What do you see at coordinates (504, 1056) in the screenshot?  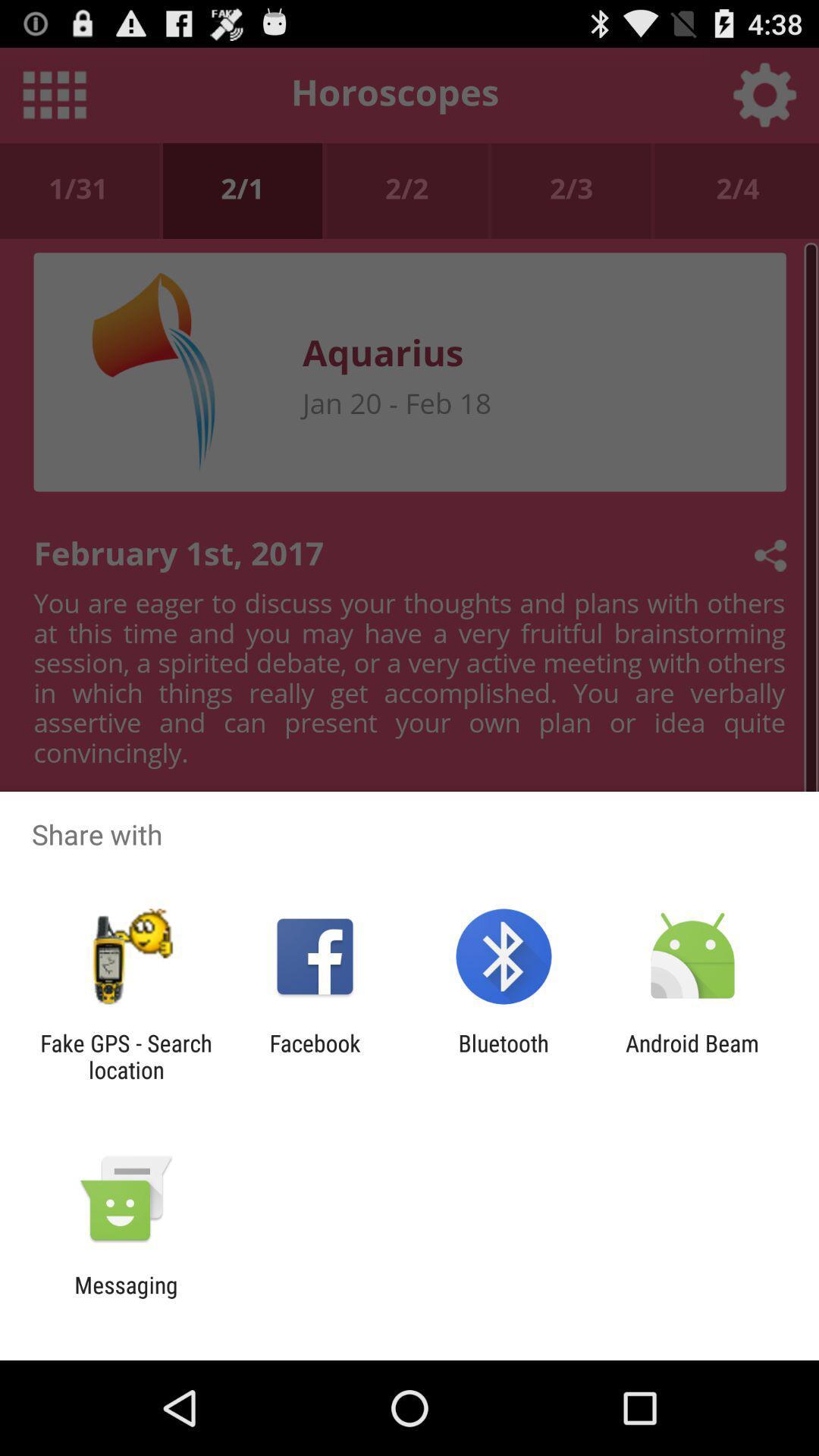 I see `app next to the android beam app` at bounding box center [504, 1056].